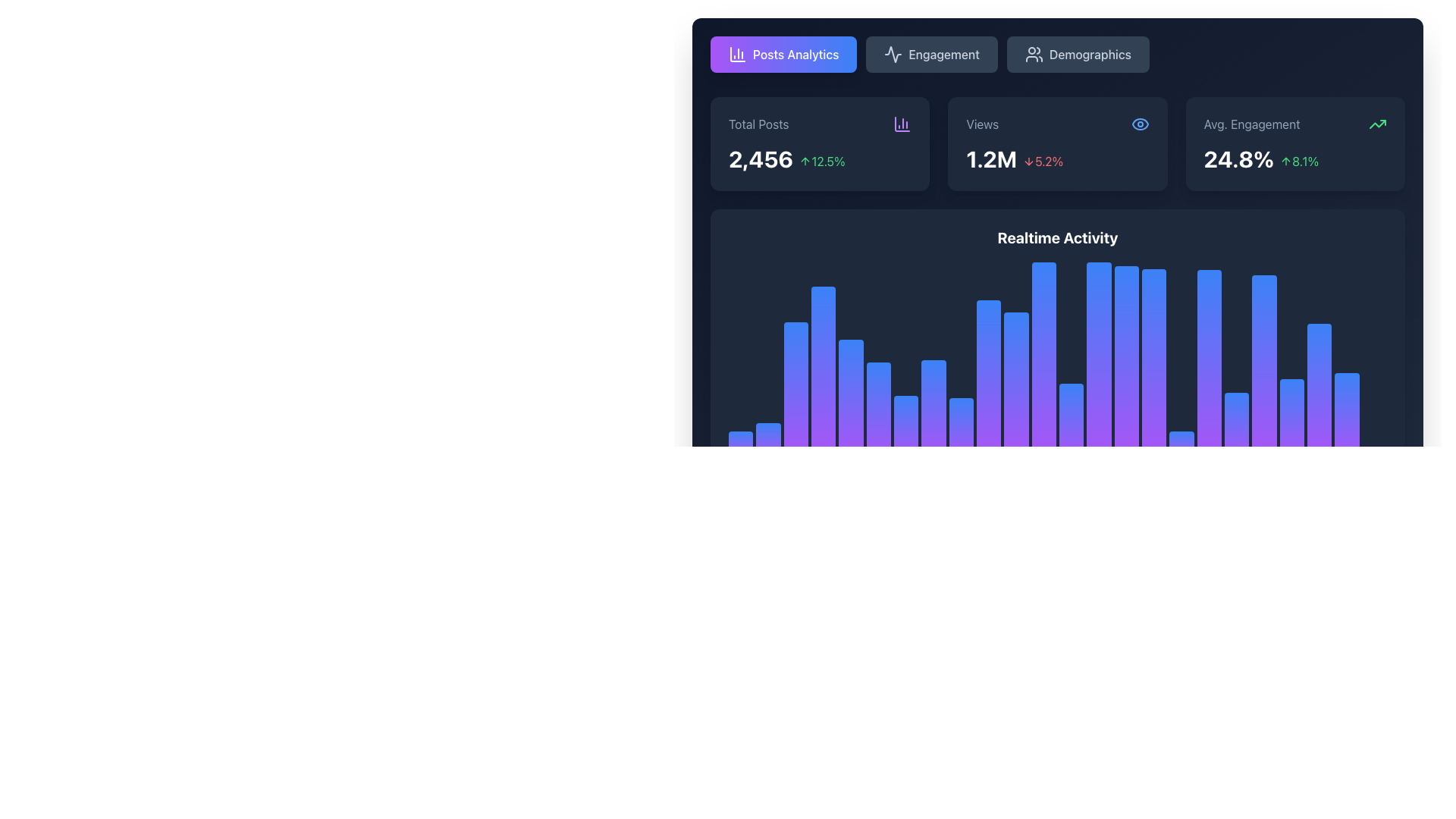  What do you see at coordinates (1318, 419) in the screenshot?
I see `the 23rd rectangular bar in the bar chart, which has a gradient background from purple to blue` at bounding box center [1318, 419].